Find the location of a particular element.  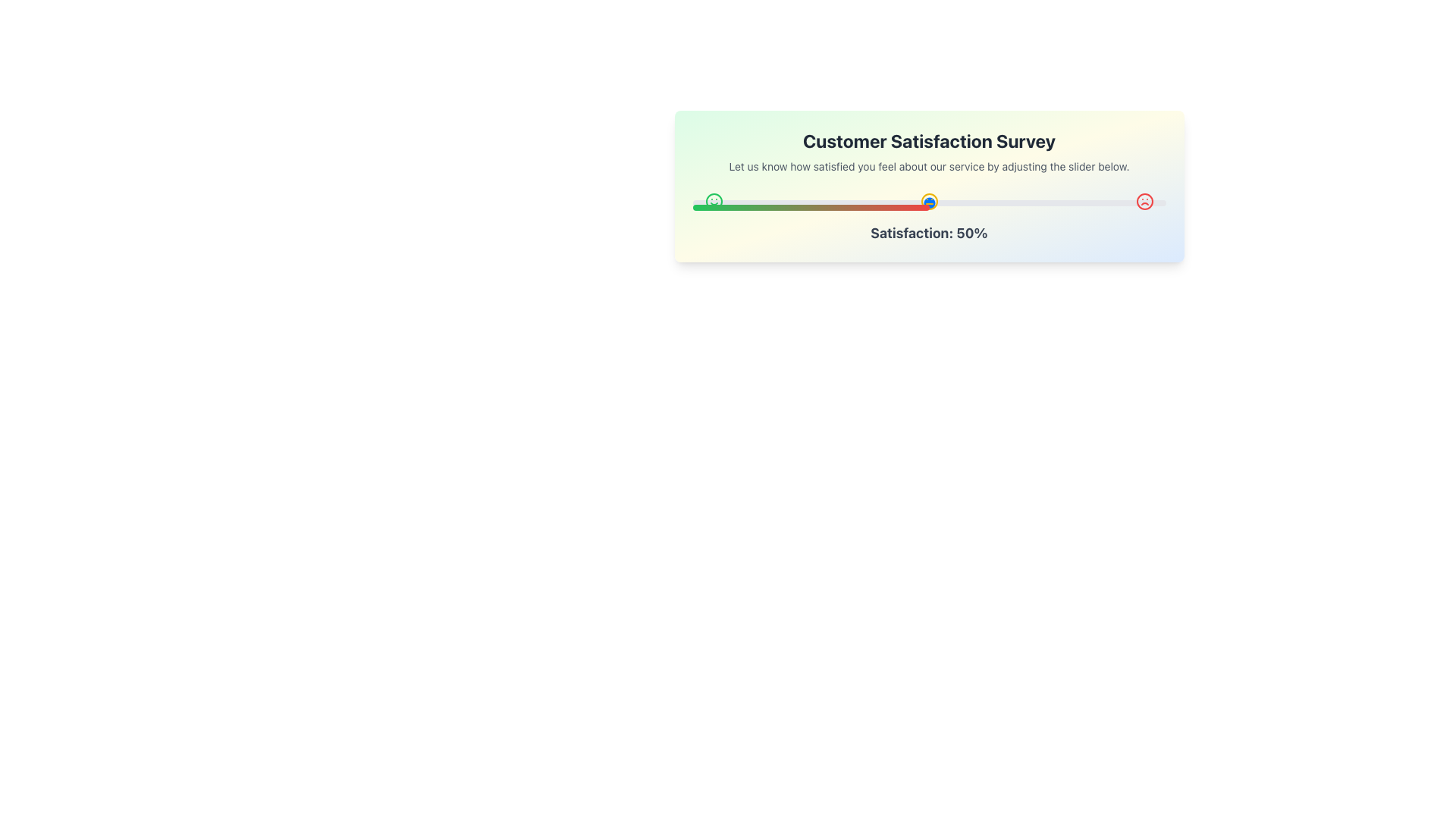

satisfaction level is located at coordinates (715, 202).